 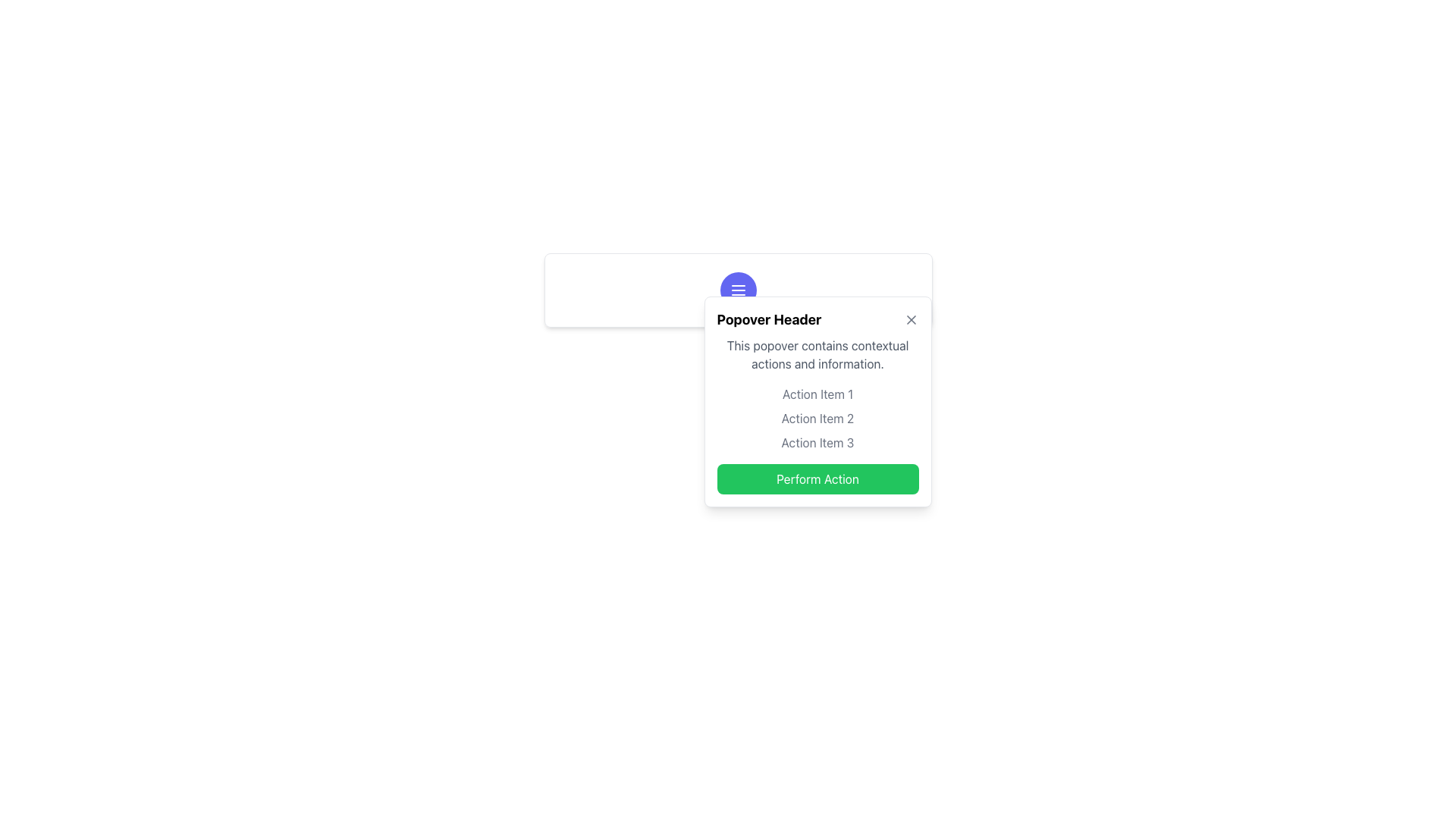 What do you see at coordinates (817, 354) in the screenshot?
I see `the text segment saying 'This popover contains contextual actions and information.' which is styled in gray color and is located directly below the 'Popover Header' in the popover` at bounding box center [817, 354].